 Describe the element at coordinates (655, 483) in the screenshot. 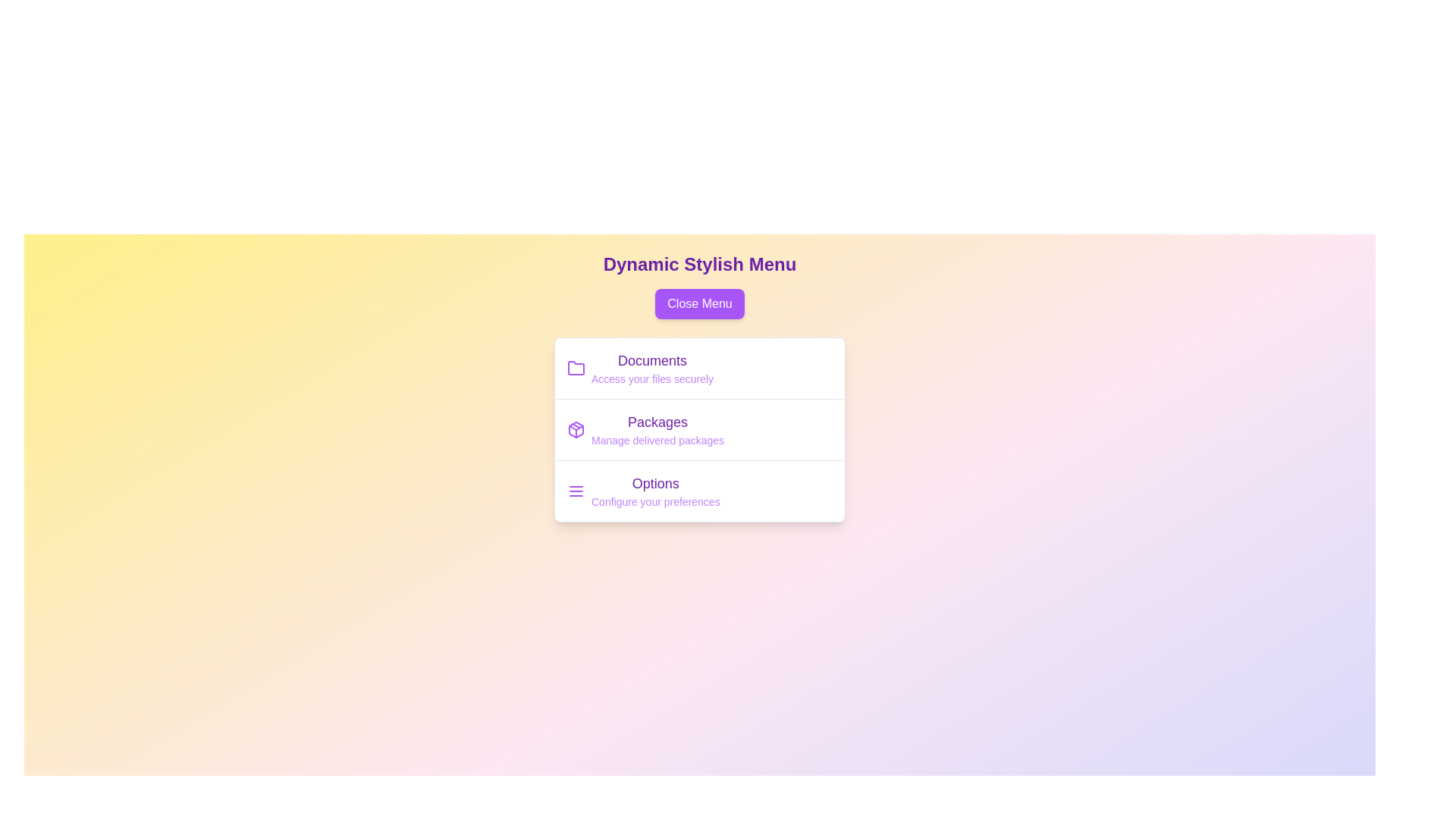

I see `the menu item Options to select it` at that location.